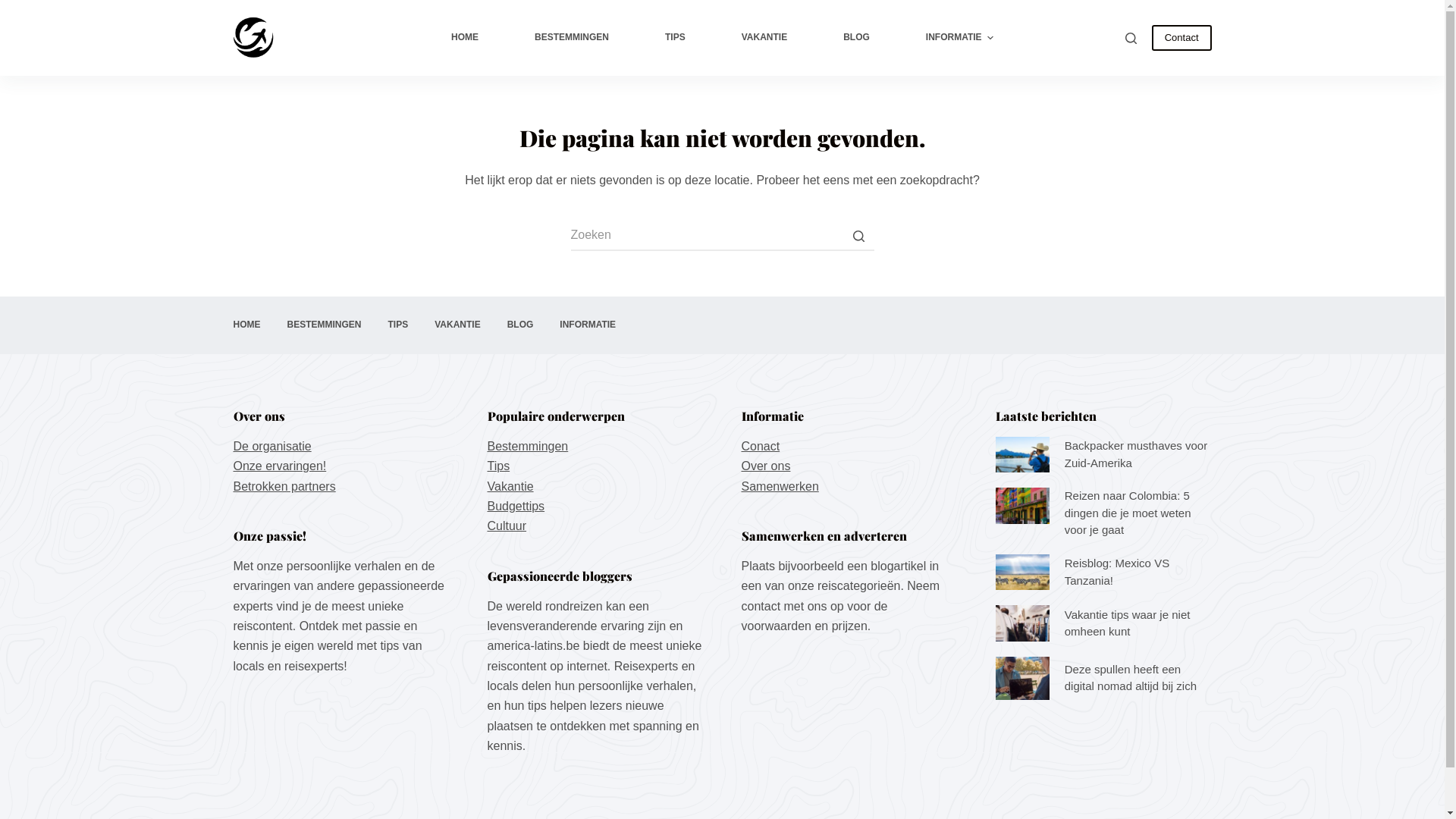  I want to click on 'Cultuur', so click(506, 525).